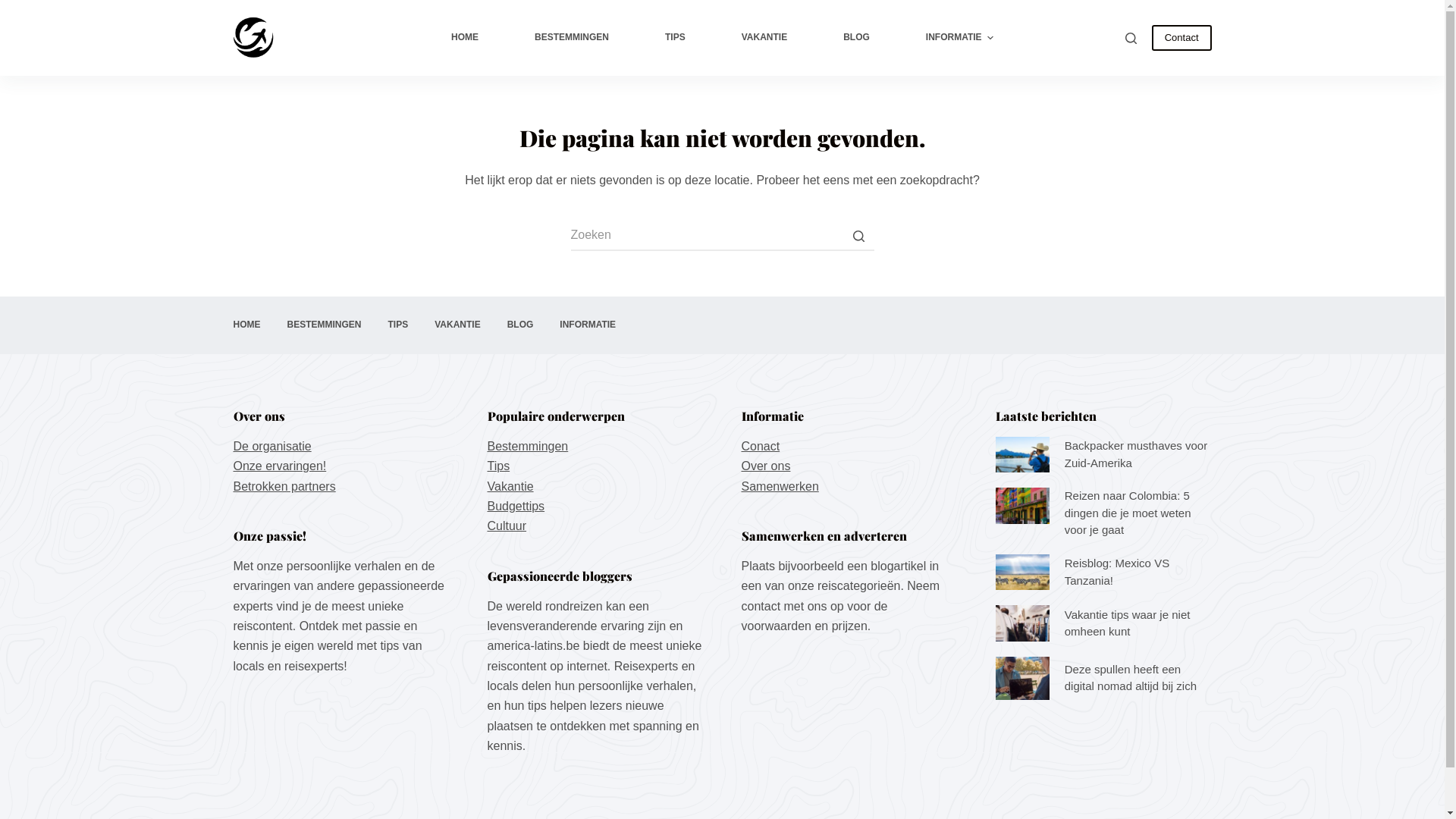  I want to click on 'Cultuur', so click(506, 525).